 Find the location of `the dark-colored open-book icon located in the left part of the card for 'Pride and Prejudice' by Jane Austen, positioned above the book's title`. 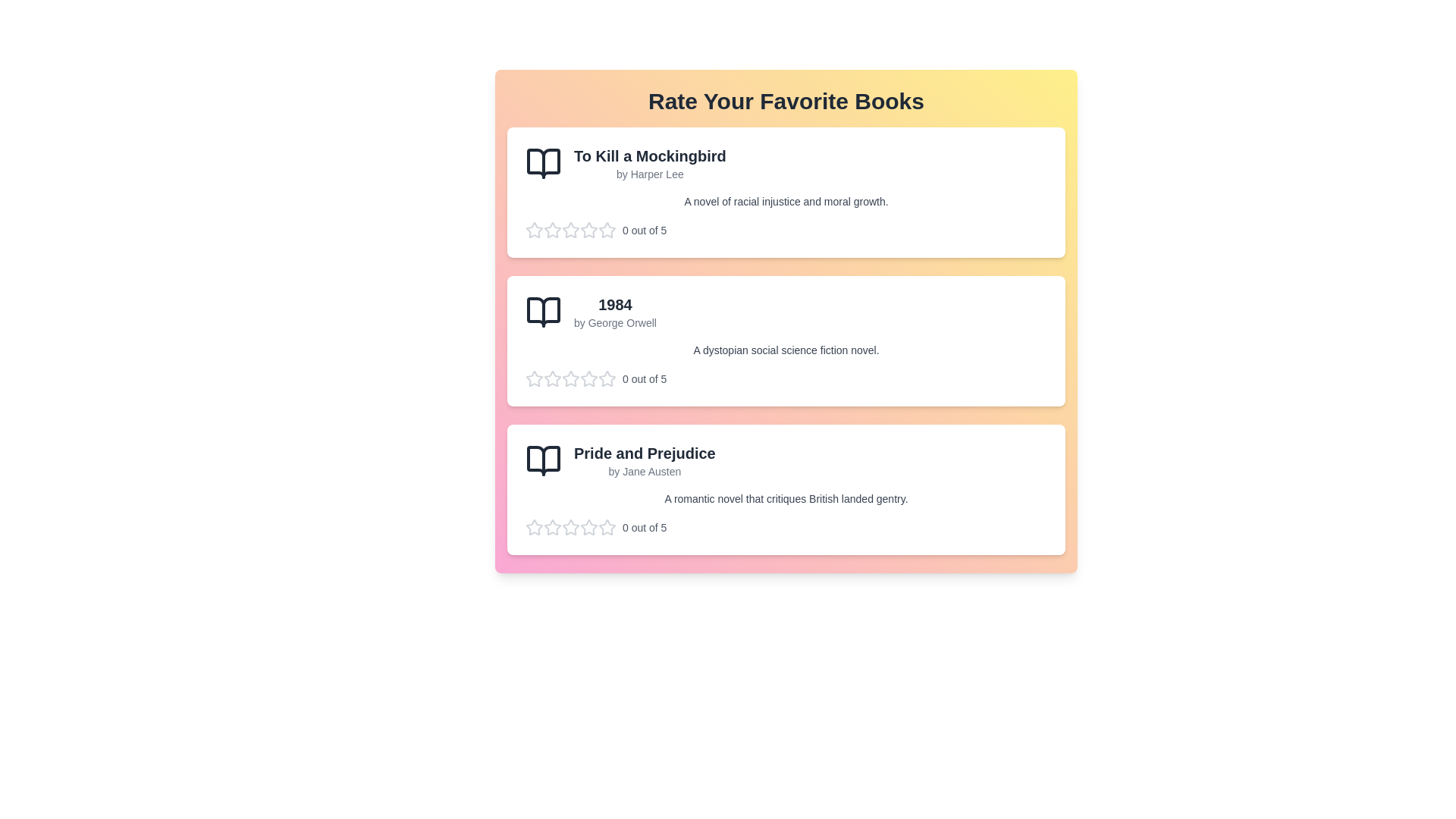

the dark-colored open-book icon located in the left part of the card for 'Pride and Prejudice' by Jane Austen, positioned above the book's title is located at coordinates (543, 460).